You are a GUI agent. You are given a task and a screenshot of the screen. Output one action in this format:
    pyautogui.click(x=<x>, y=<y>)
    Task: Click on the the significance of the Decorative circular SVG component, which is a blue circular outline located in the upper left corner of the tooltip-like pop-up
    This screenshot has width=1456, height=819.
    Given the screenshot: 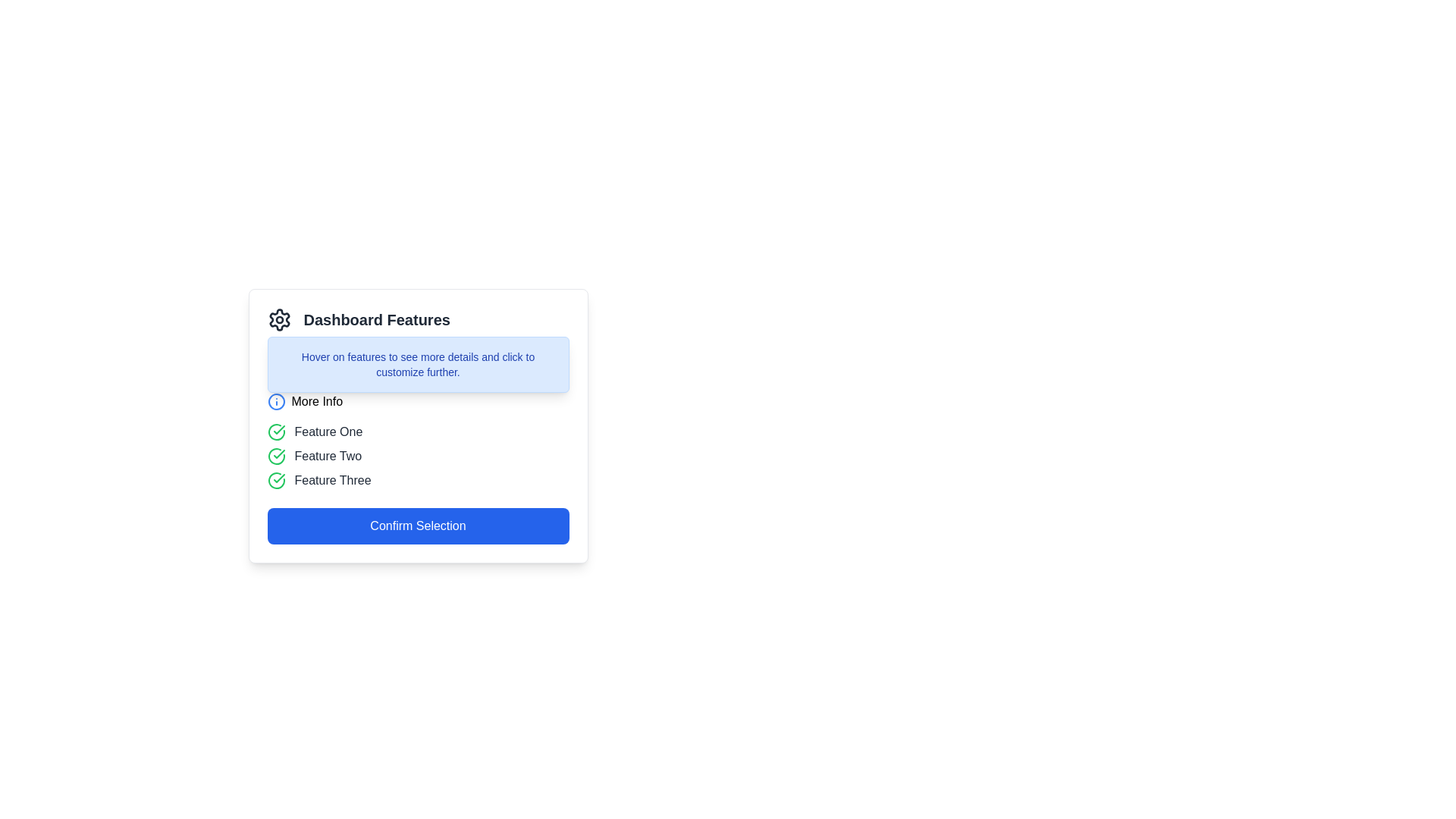 What is the action you would take?
    pyautogui.click(x=276, y=400)
    